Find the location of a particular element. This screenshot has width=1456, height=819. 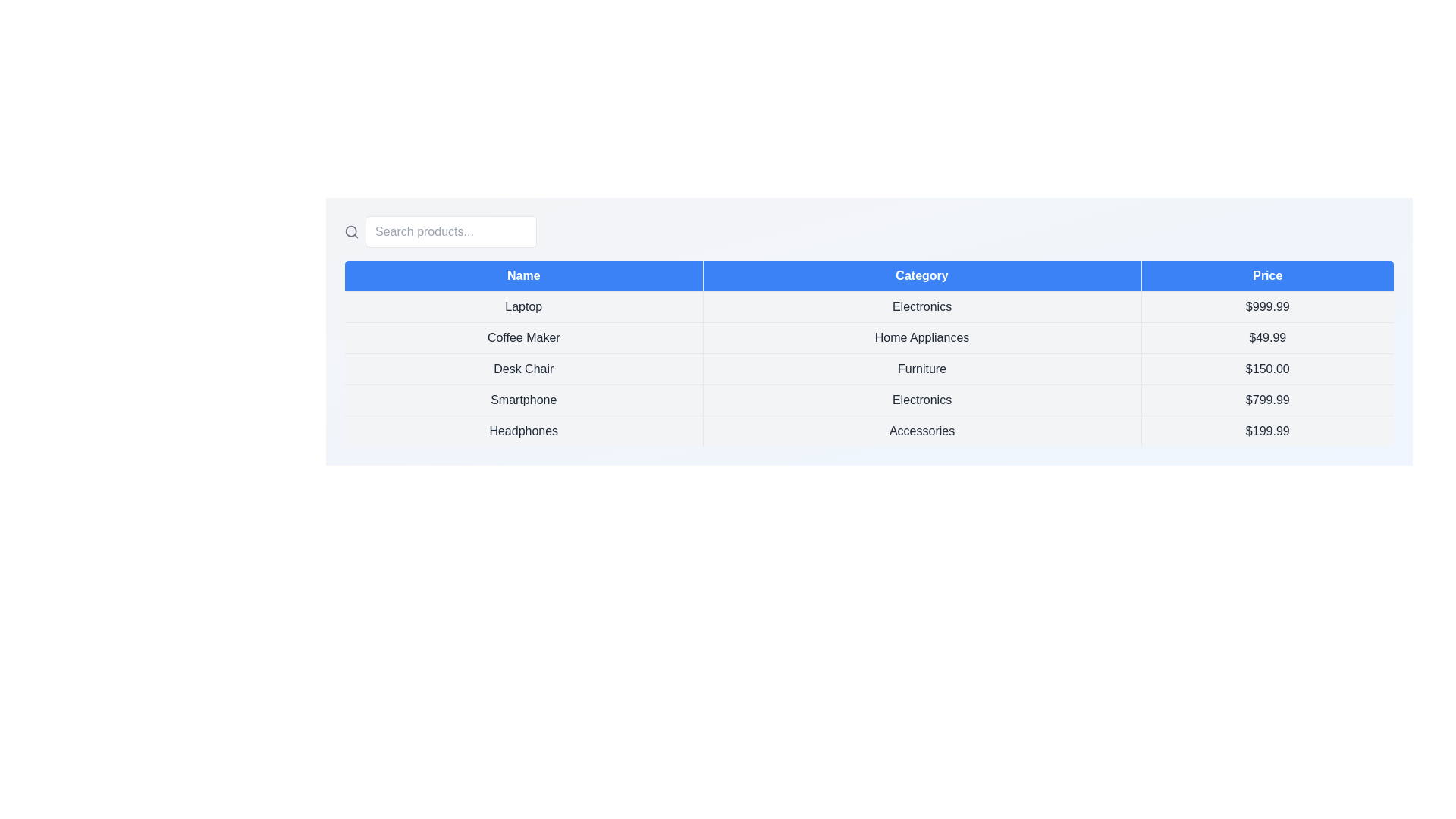

the 'Furniture' text label located in the second column under the 'Category' header for the item 'Desk Chair', which is styled with a light neutral background and dark text is located at coordinates (921, 369).